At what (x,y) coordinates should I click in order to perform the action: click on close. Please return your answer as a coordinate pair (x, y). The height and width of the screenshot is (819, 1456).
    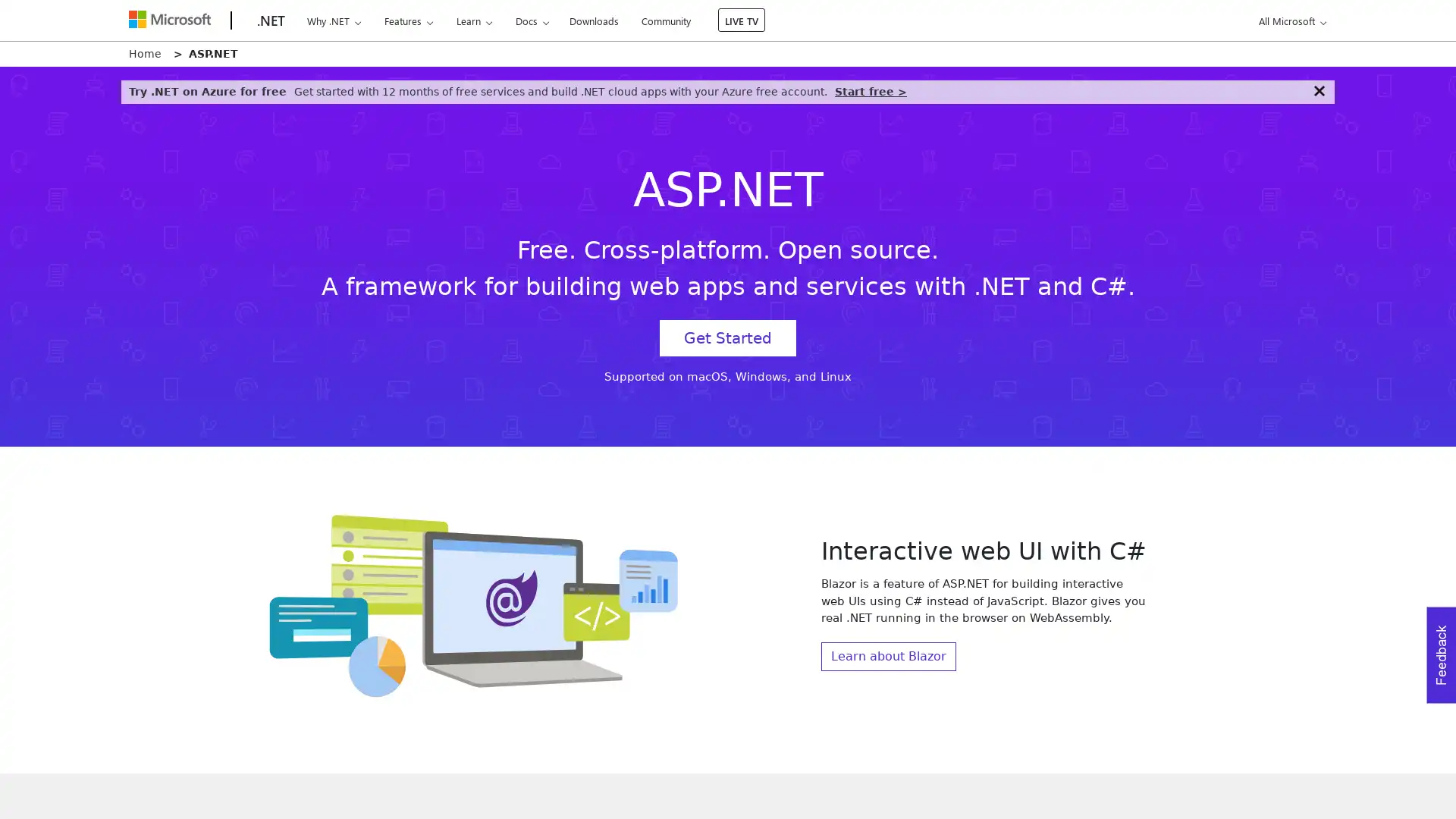
    Looking at the image, I should click on (1318, 90).